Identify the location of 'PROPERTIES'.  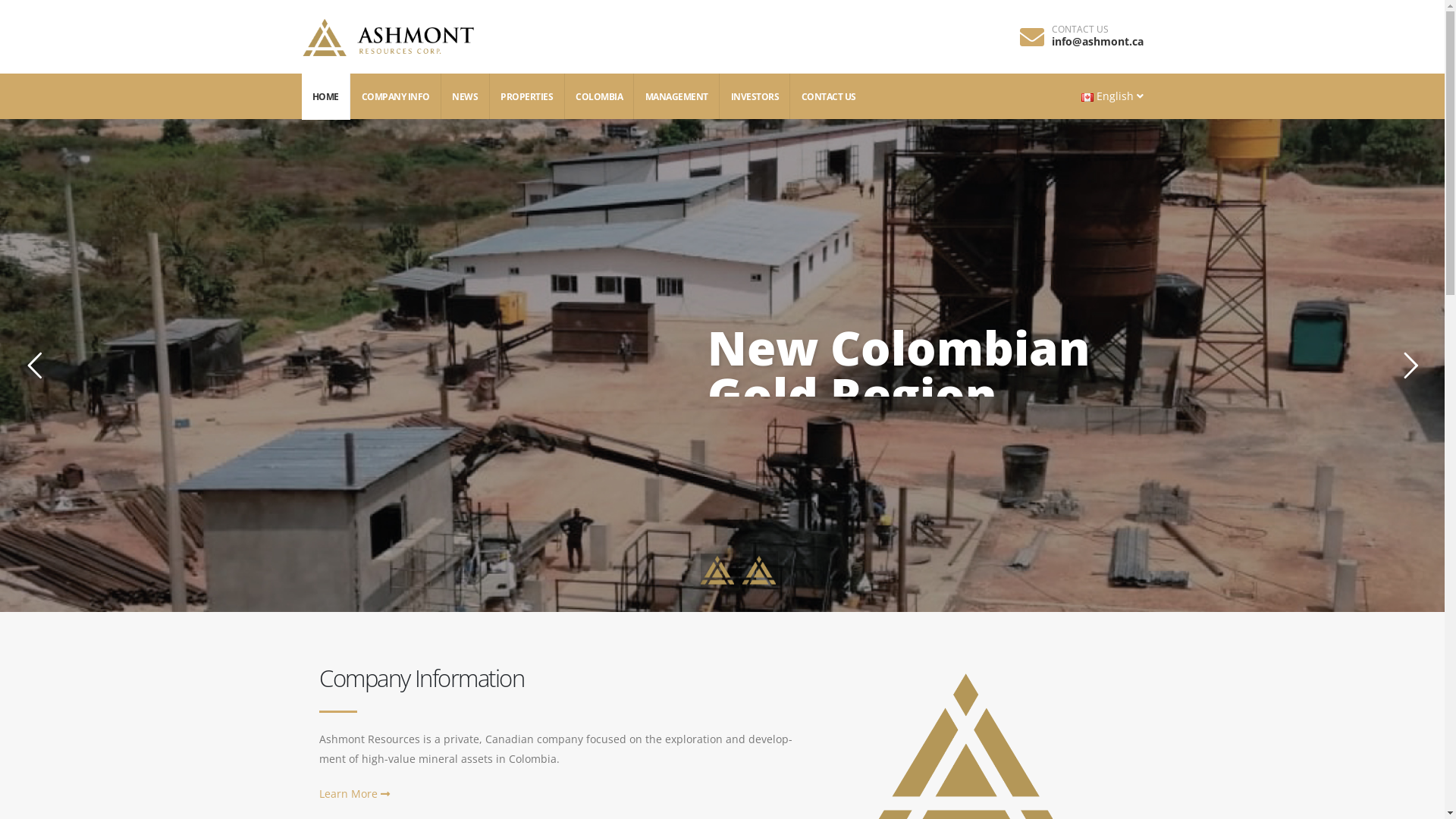
(527, 96).